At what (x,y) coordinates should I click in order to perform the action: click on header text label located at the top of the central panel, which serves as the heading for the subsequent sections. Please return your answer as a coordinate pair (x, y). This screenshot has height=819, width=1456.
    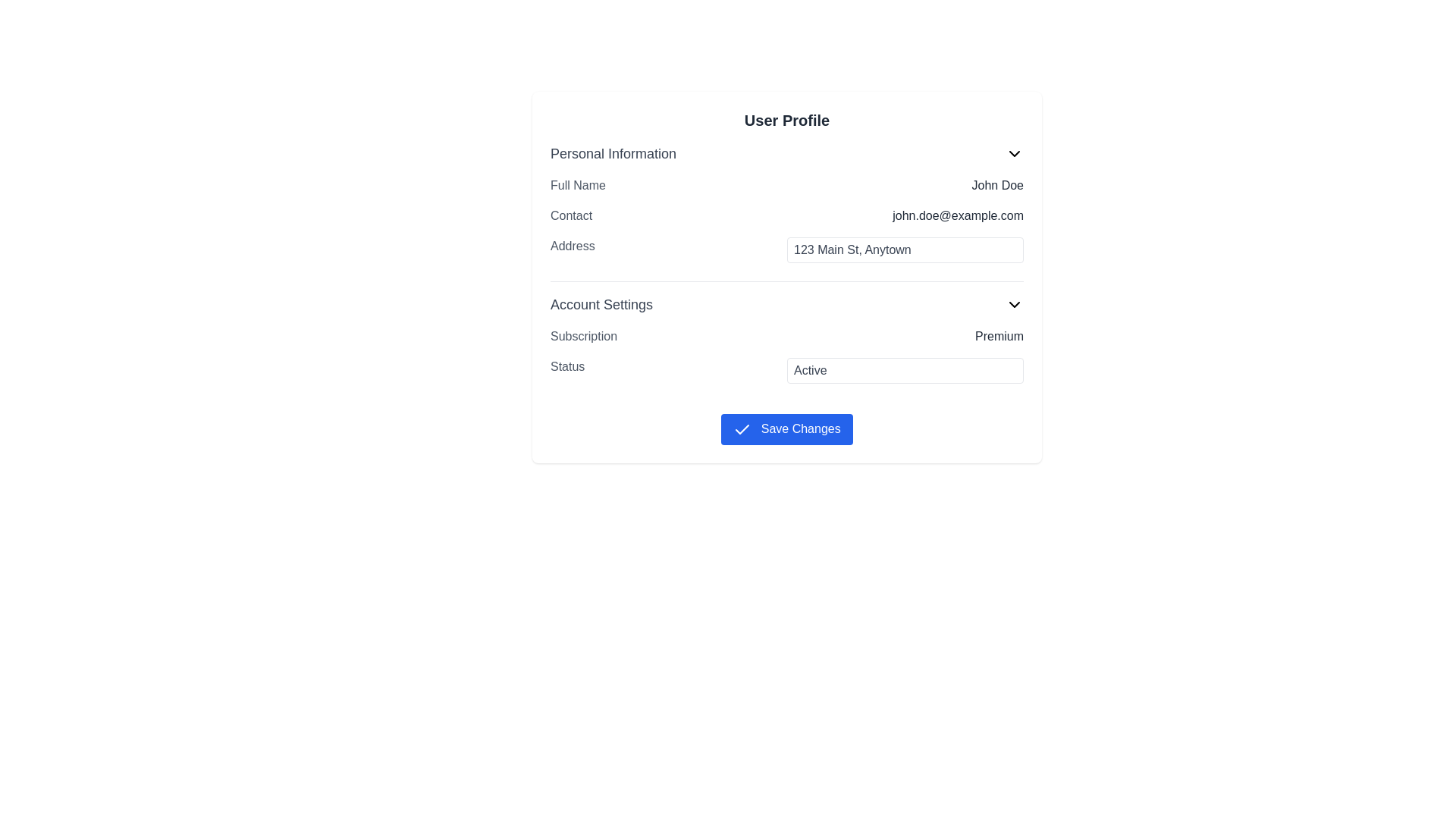
    Looking at the image, I should click on (786, 119).